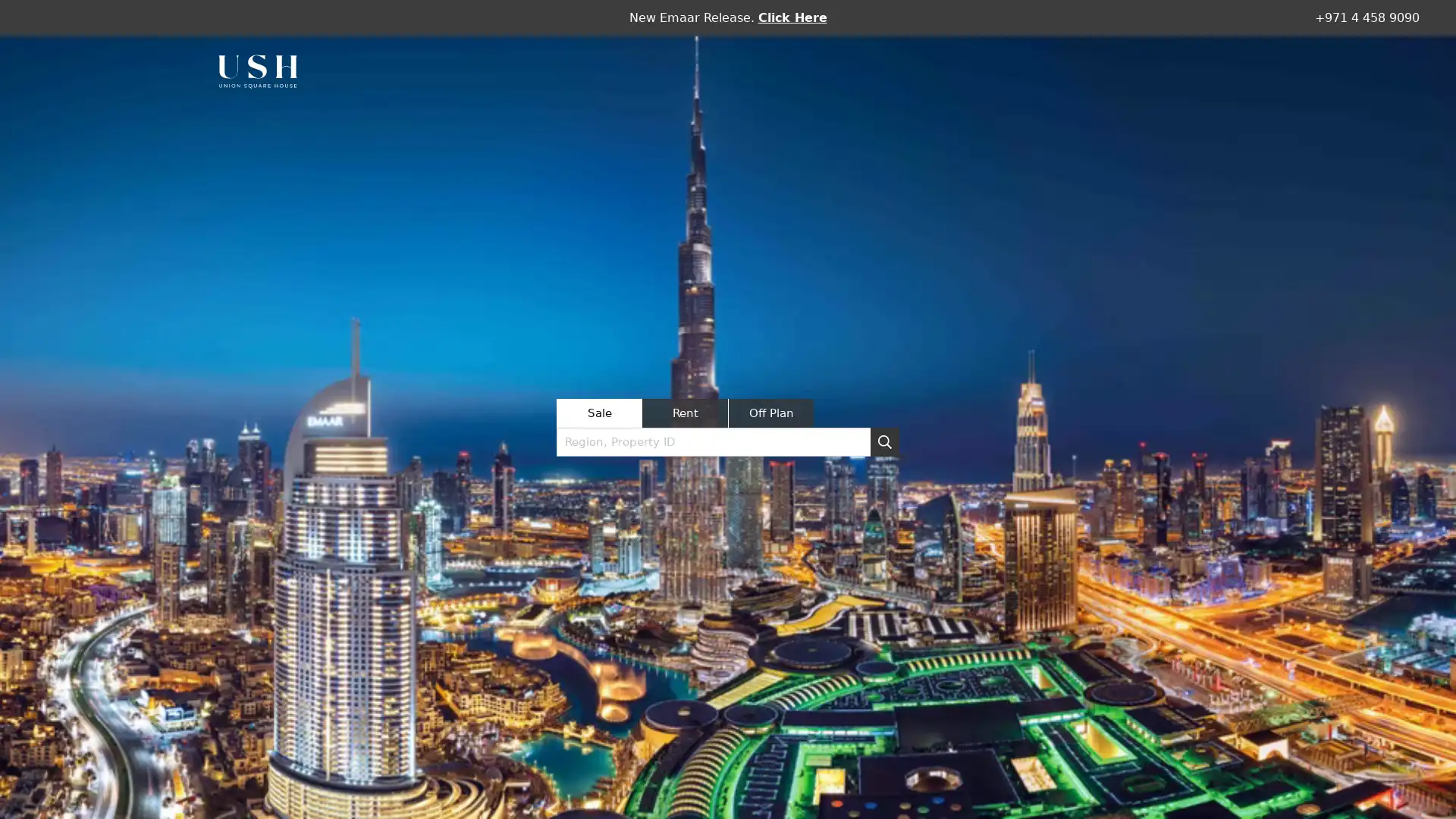 The image size is (1456, 819). What do you see at coordinates (684, 413) in the screenshot?
I see `Rent` at bounding box center [684, 413].